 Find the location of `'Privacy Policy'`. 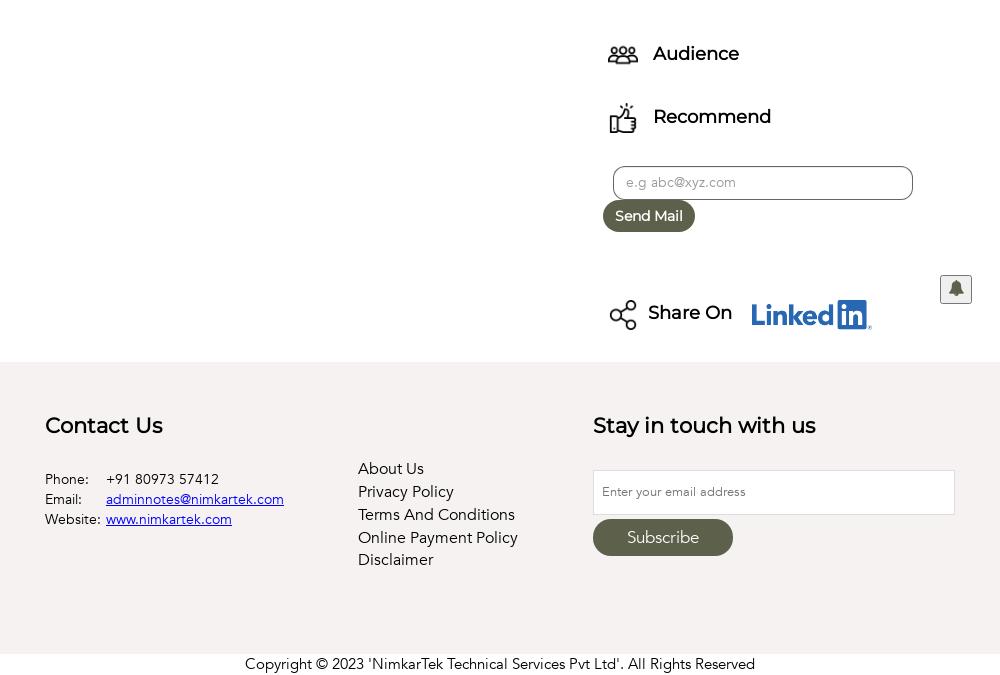

'Privacy Policy' is located at coordinates (357, 489).